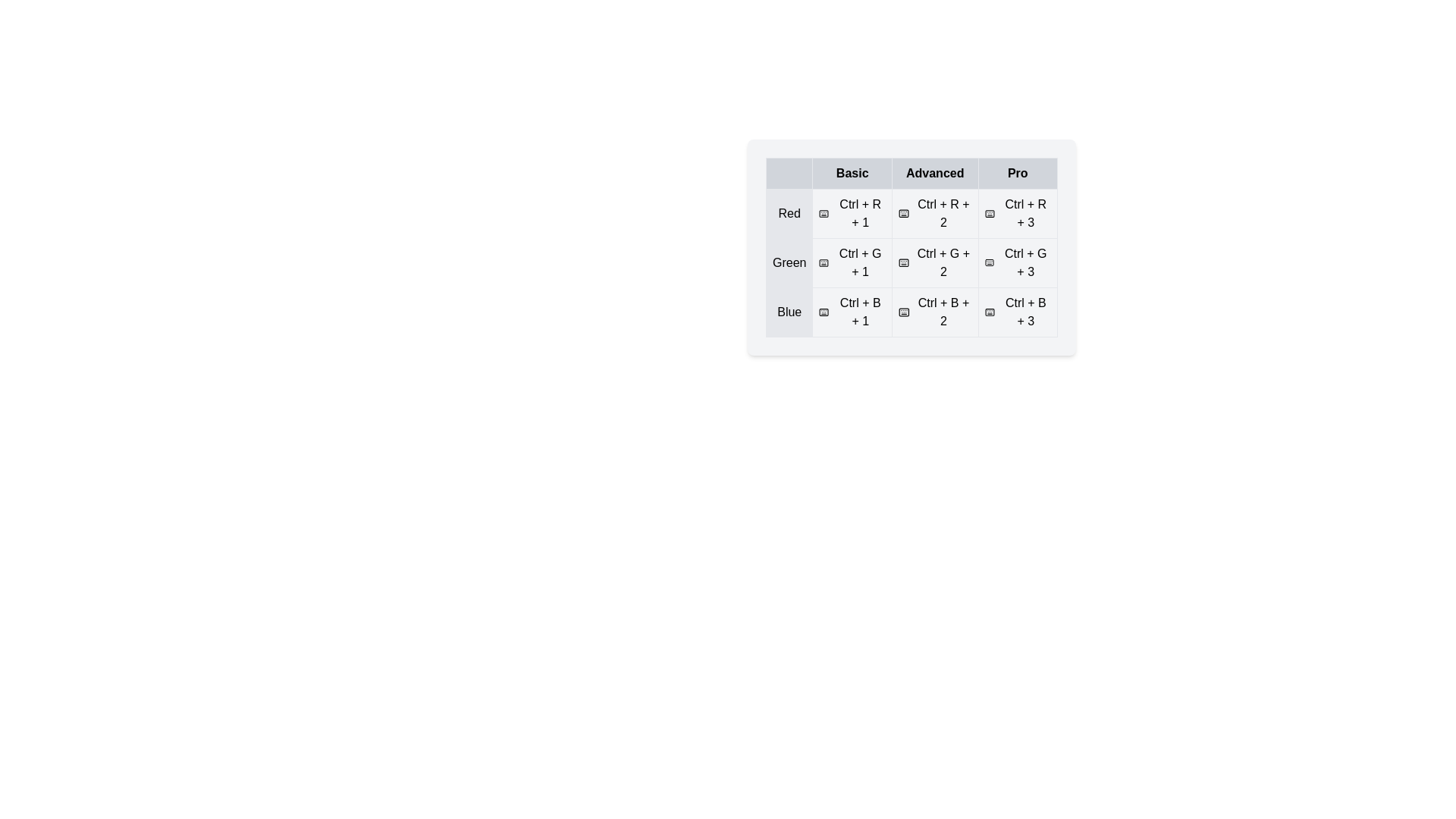  What do you see at coordinates (789, 312) in the screenshot?
I see `the 'Blue' Text Label, which is the first item in the last row under the 'Basic' column of the color category table` at bounding box center [789, 312].